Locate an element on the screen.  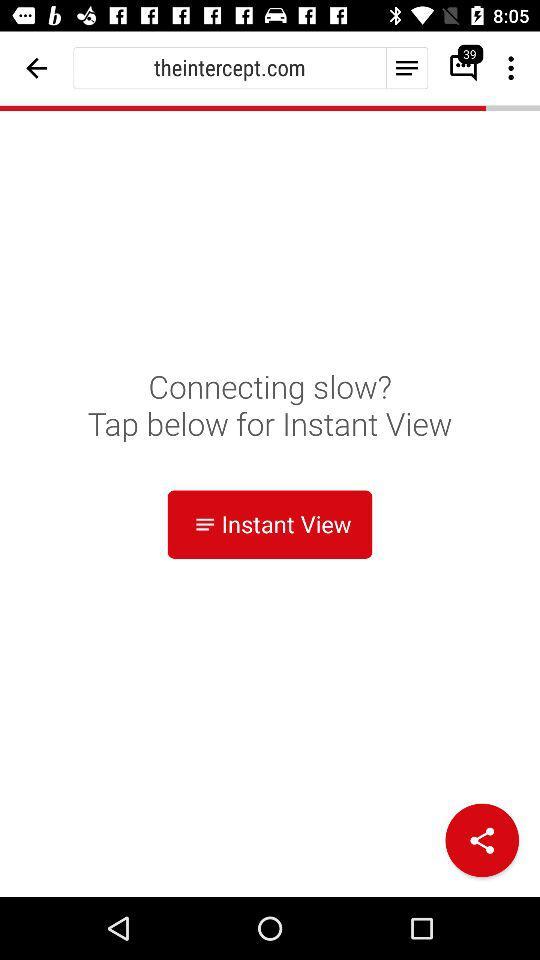
the message icon which is just to the left of option icon is located at coordinates (457, 68).